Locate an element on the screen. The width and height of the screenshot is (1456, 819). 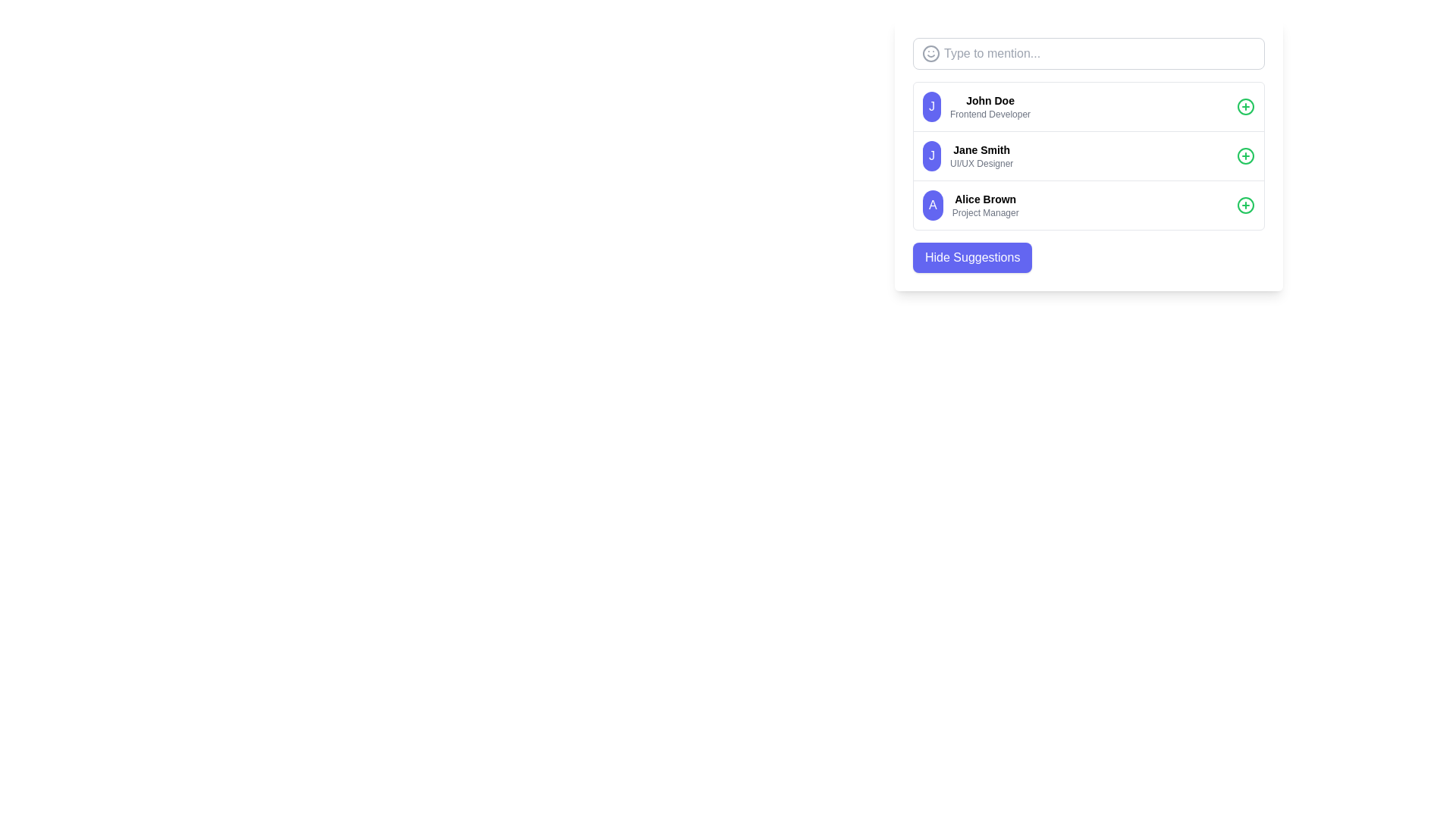
the List item for 'Jane Smith' in the suggestion panel is located at coordinates (1087, 155).